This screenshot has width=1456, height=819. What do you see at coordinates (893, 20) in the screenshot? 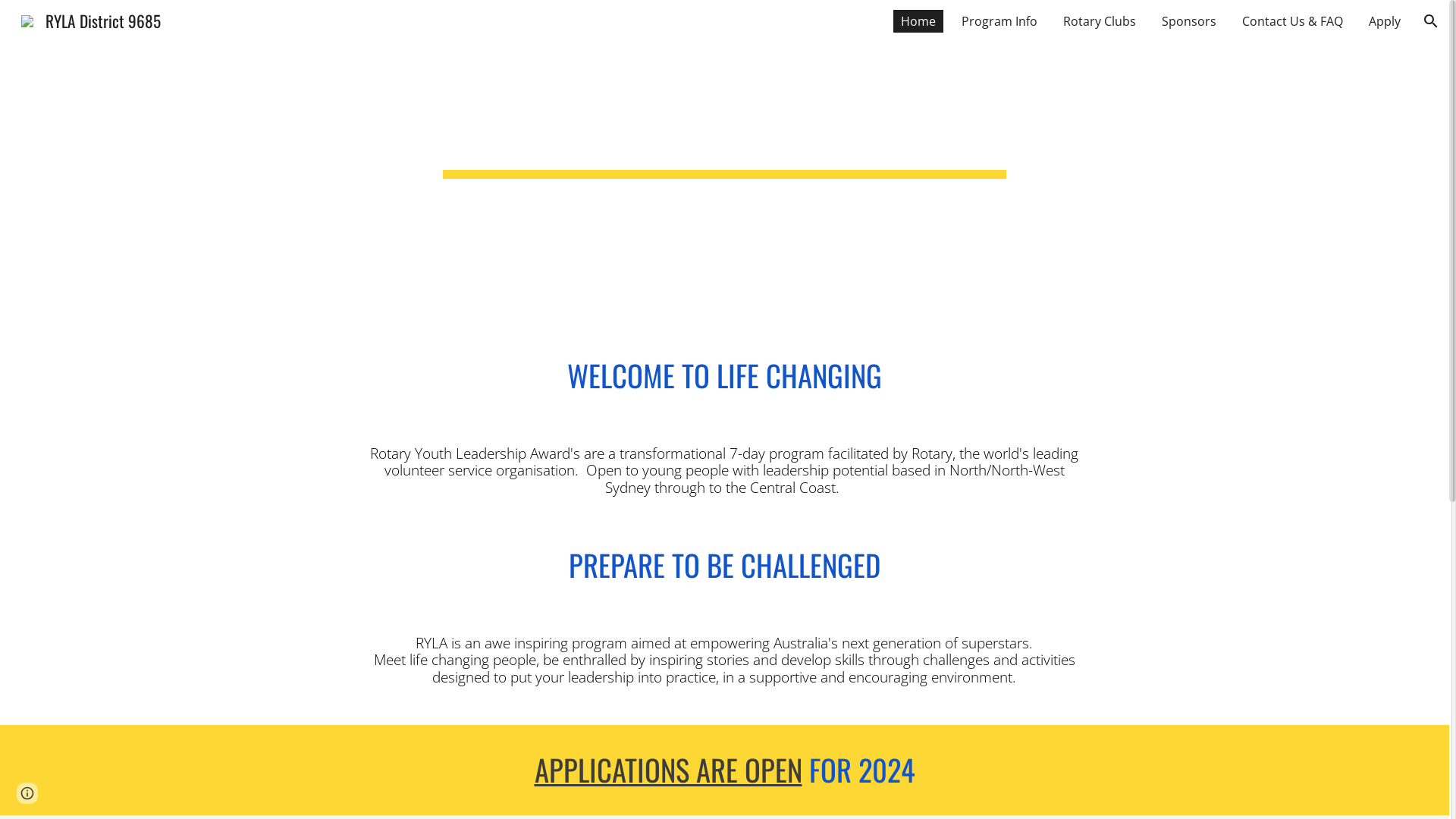
I see `'Home'` at bounding box center [893, 20].